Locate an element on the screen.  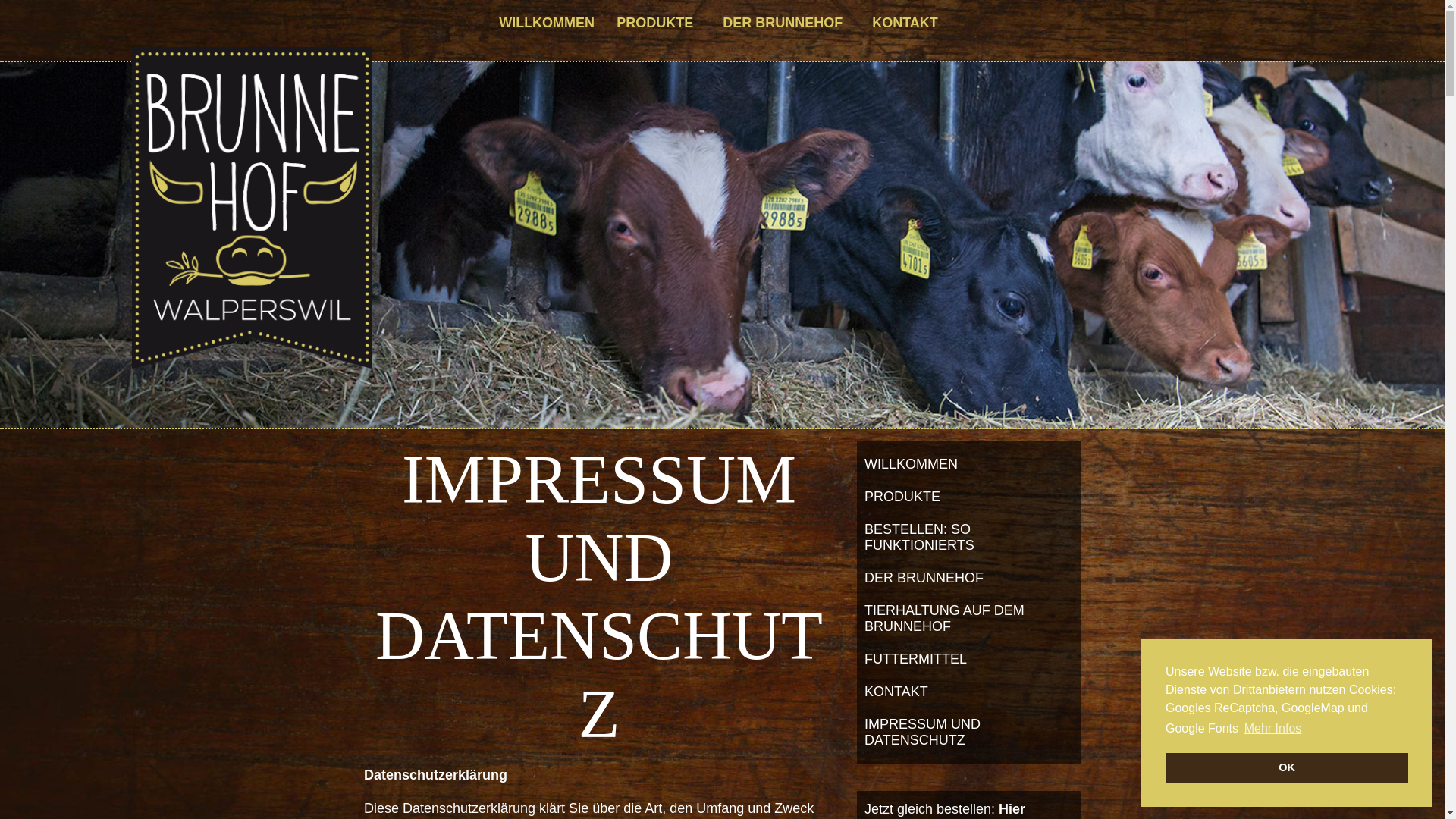
'BESTELLEN: SO FUNKTIONIERTS' is located at coordinates (864, 537).